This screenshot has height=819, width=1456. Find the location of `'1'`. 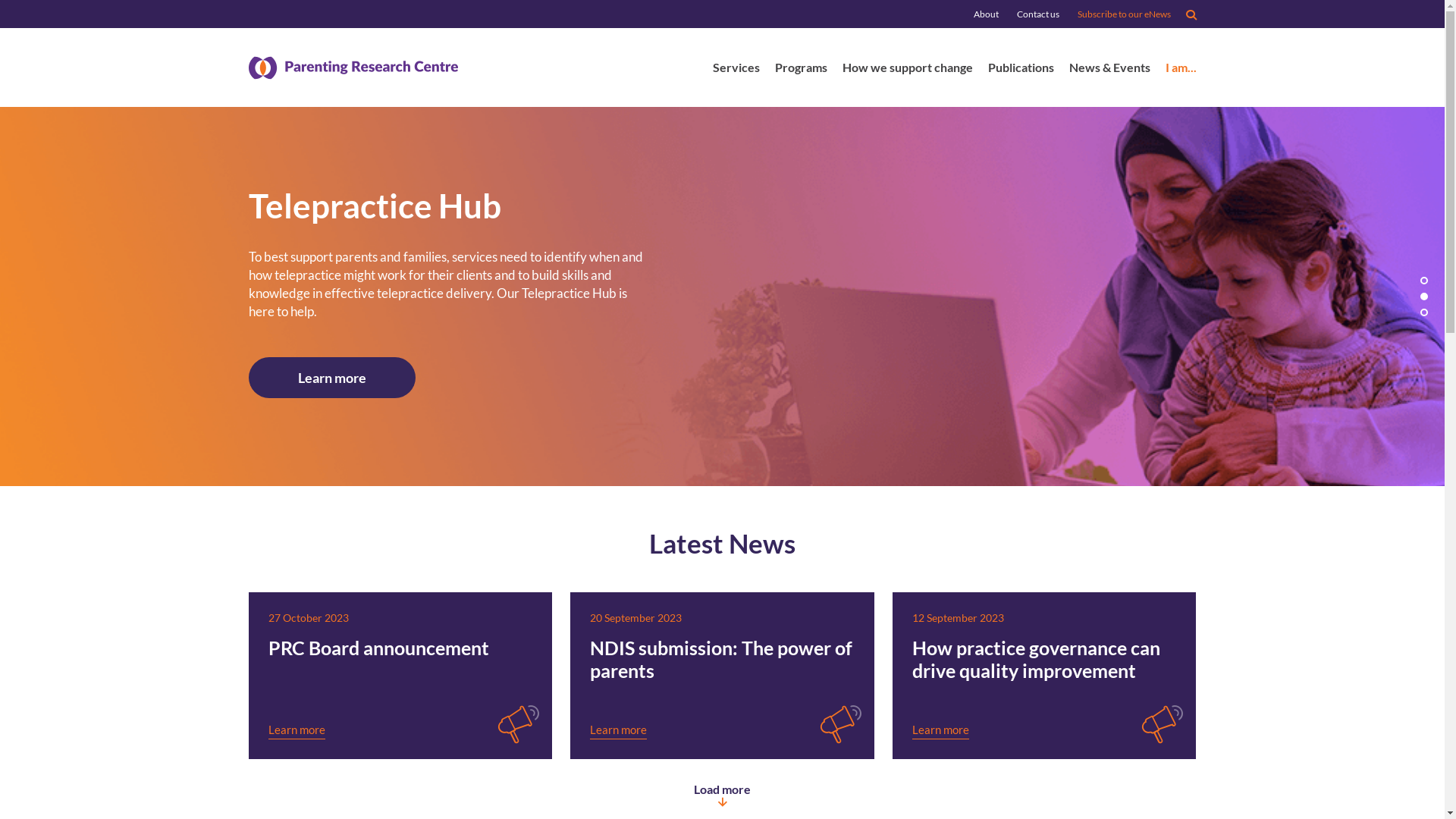

'1' is located at coordinates (1423, 281).